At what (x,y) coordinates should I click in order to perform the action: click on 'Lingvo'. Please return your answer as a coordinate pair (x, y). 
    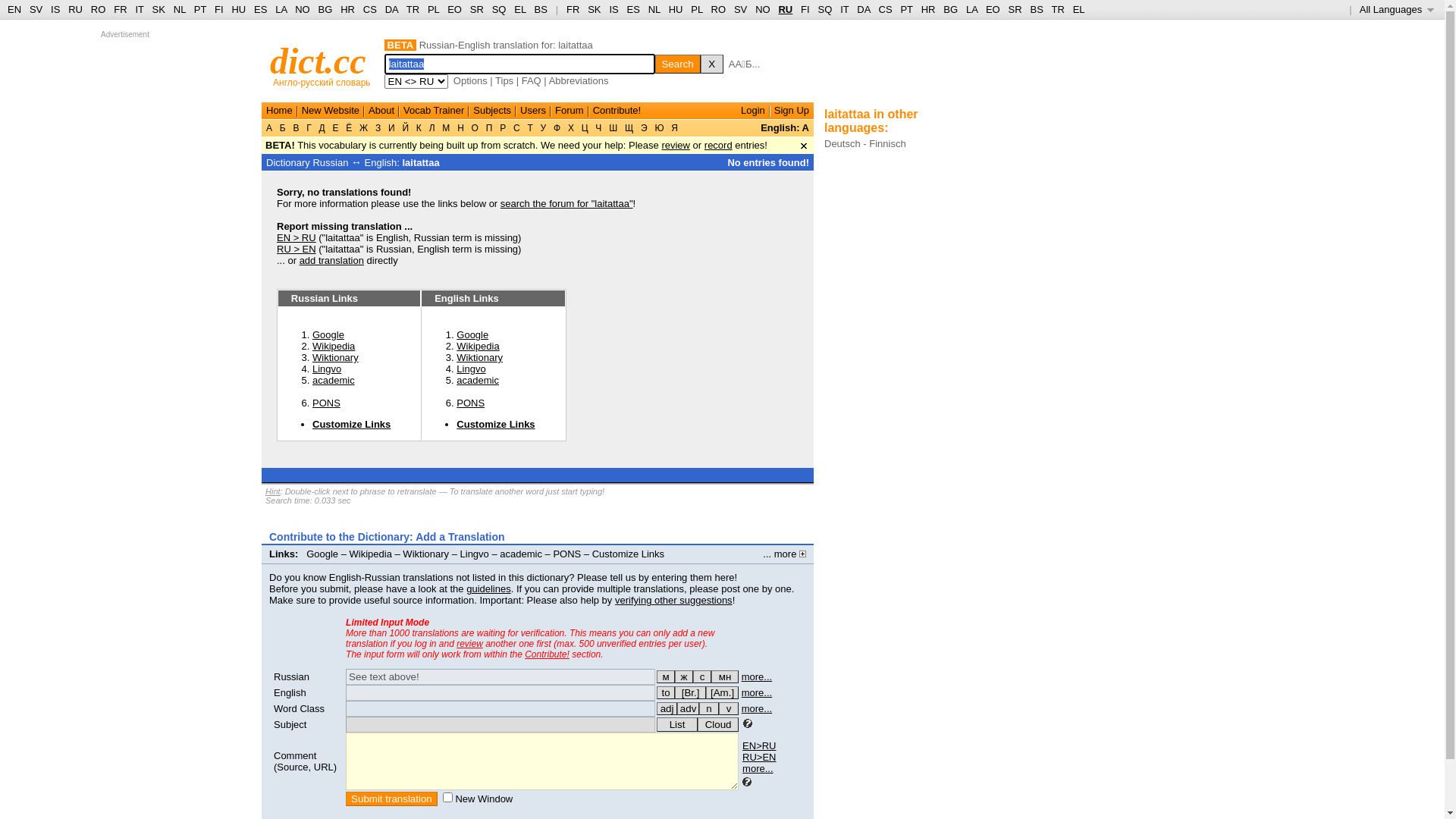
    Looking at the image, I should click on (469, 369).